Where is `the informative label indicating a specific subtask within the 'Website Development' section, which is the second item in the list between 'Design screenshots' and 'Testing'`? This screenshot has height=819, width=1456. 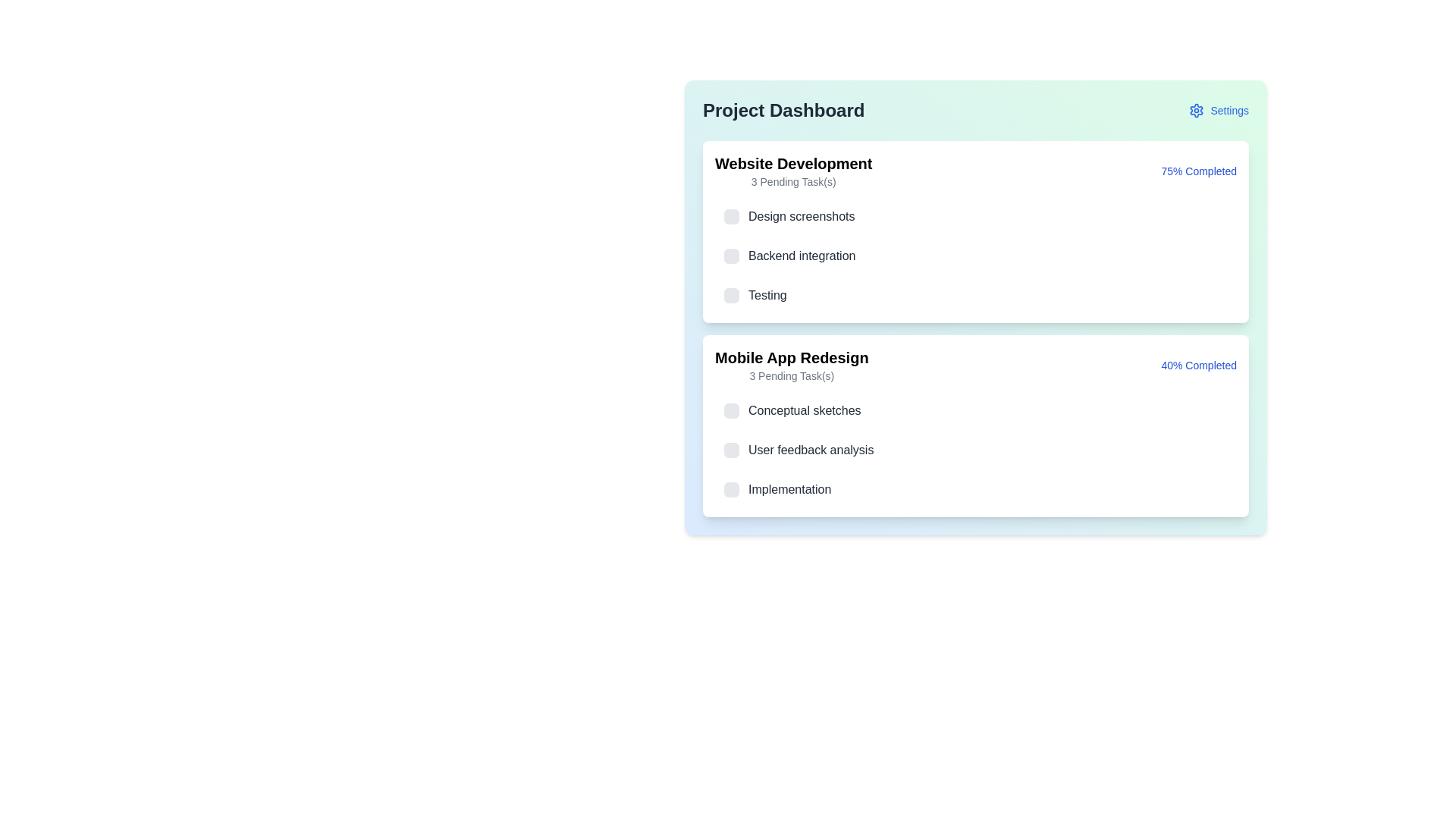
the informative label indicating a specific subtask within the 'Website Development' section, which is the second item in the list between 'Design screenshots' and 'Testing' is located at coordinates (801, 256).